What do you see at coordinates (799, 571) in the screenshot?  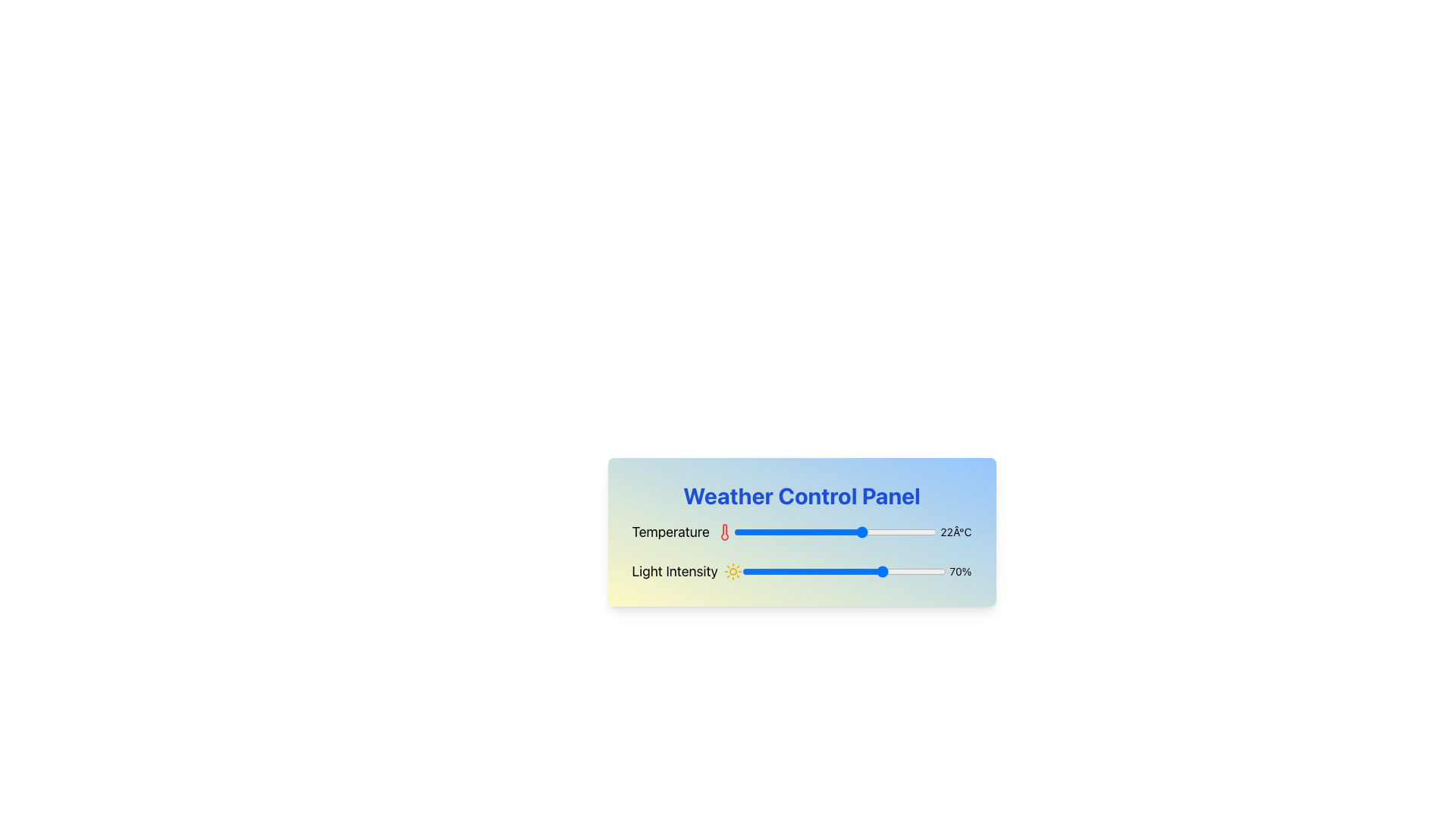 I see `light intensity` at bounding box center [799, 571].